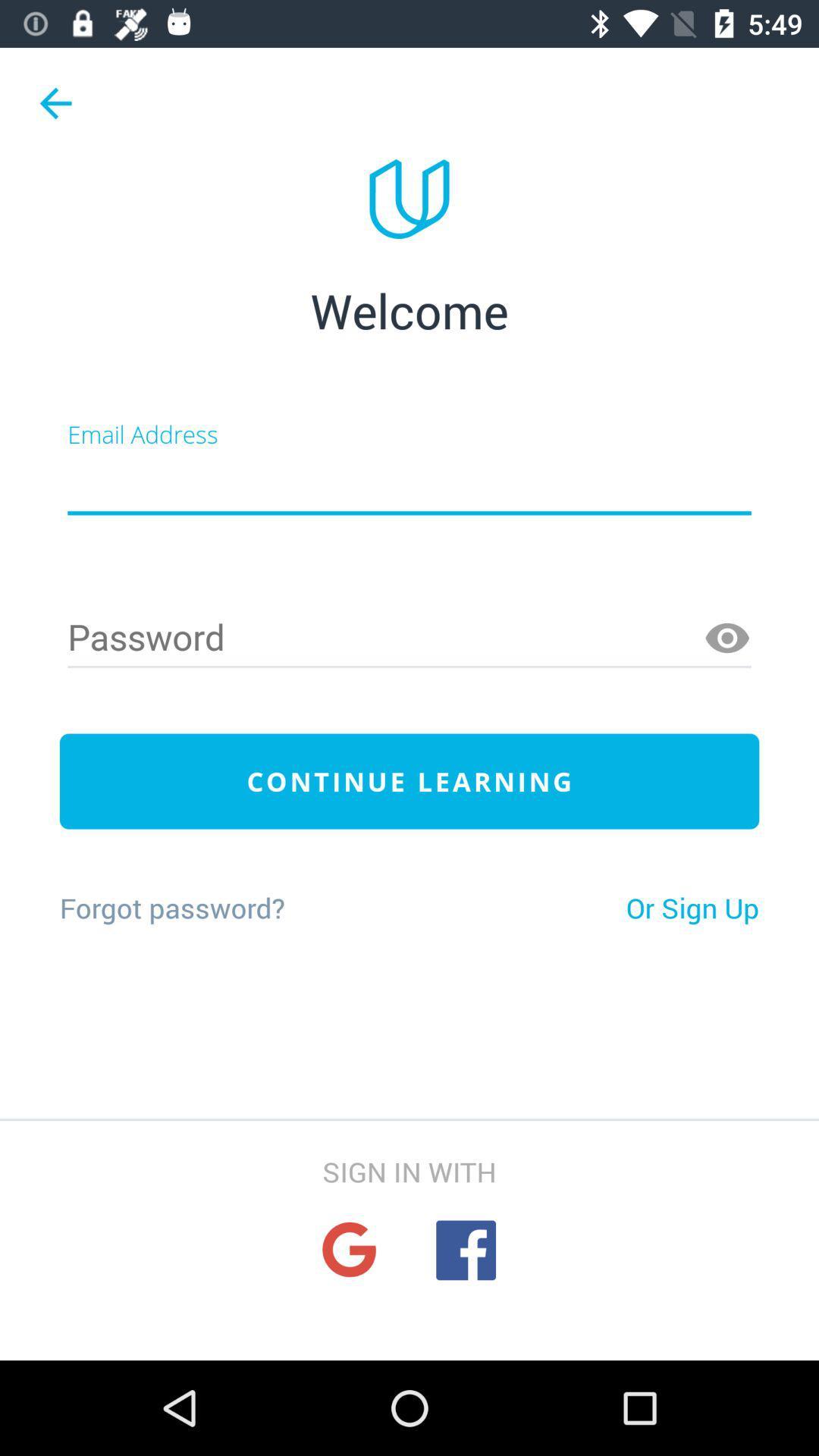 This screenshot has width=819, height=1456. I want to click on the visibility icon, so click(726, 639).